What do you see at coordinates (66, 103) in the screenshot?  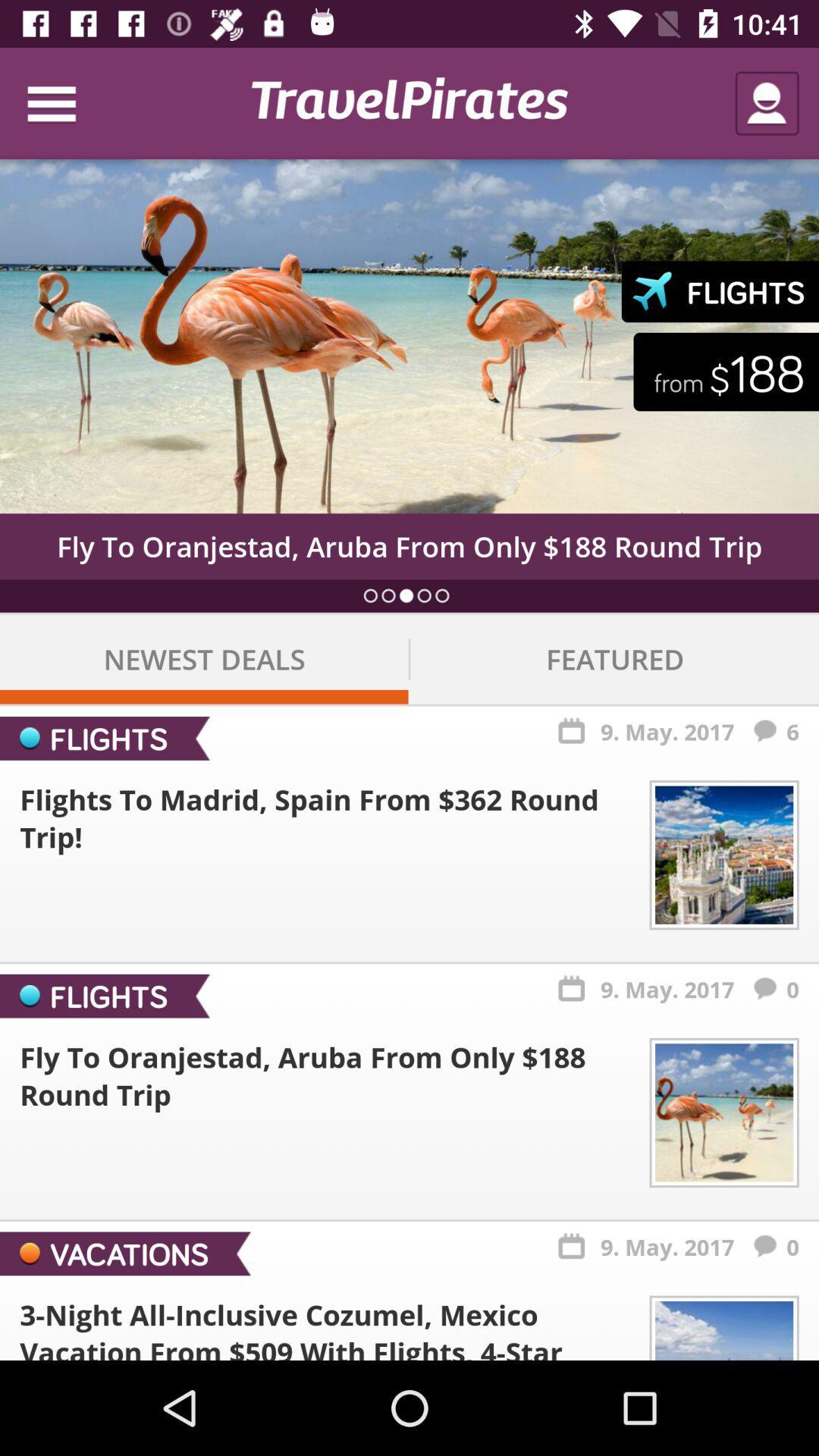 I see `icon at the top left corner` at bounding box center [66, 103].